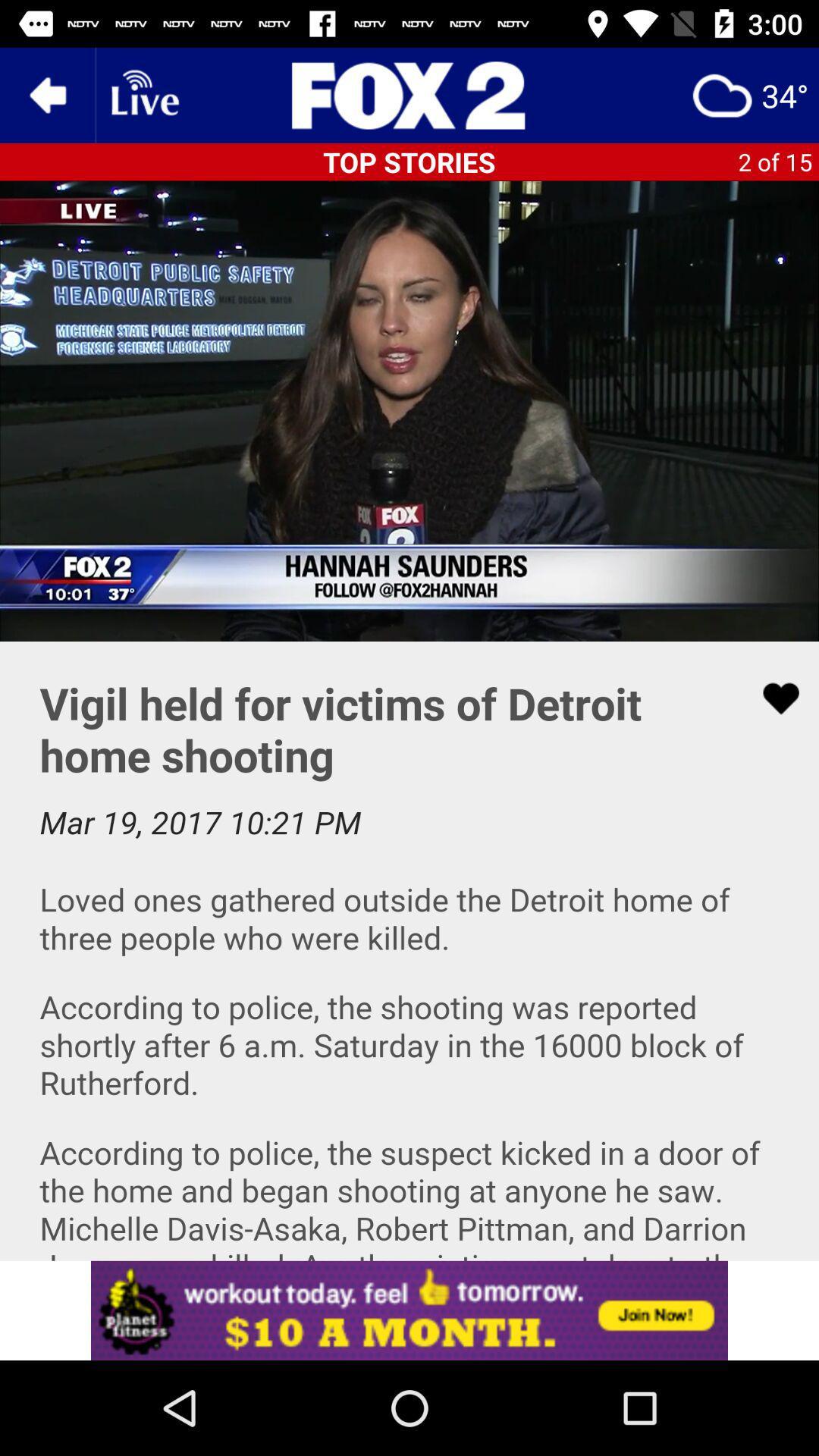  What do you see at coordinates (46, 94) in the screenshot?
I see `the arrow_backward icon` at bounding box center [46, 94].